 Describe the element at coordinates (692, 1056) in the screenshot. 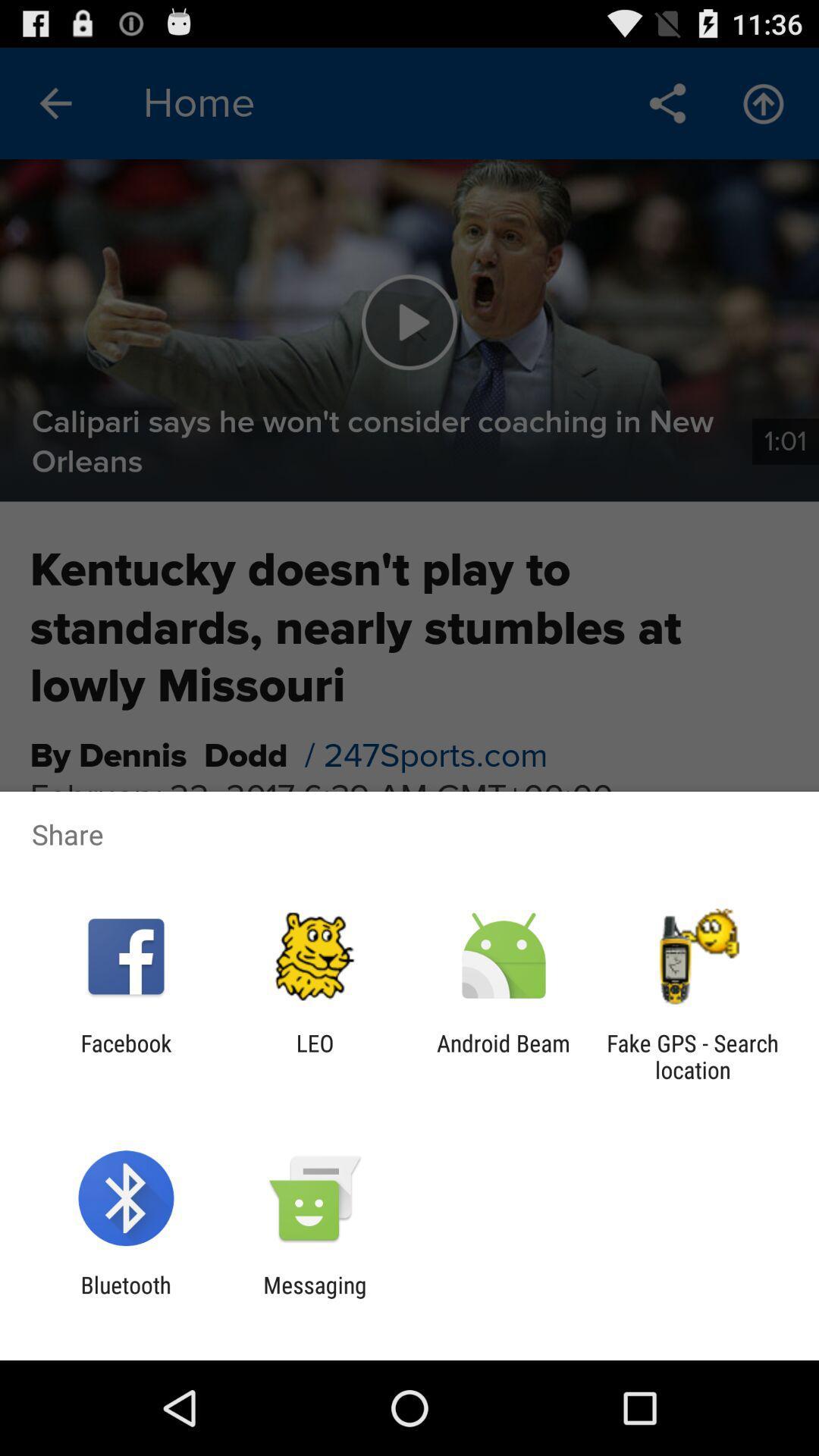

I see `the icon next to the android beam item` at that location.